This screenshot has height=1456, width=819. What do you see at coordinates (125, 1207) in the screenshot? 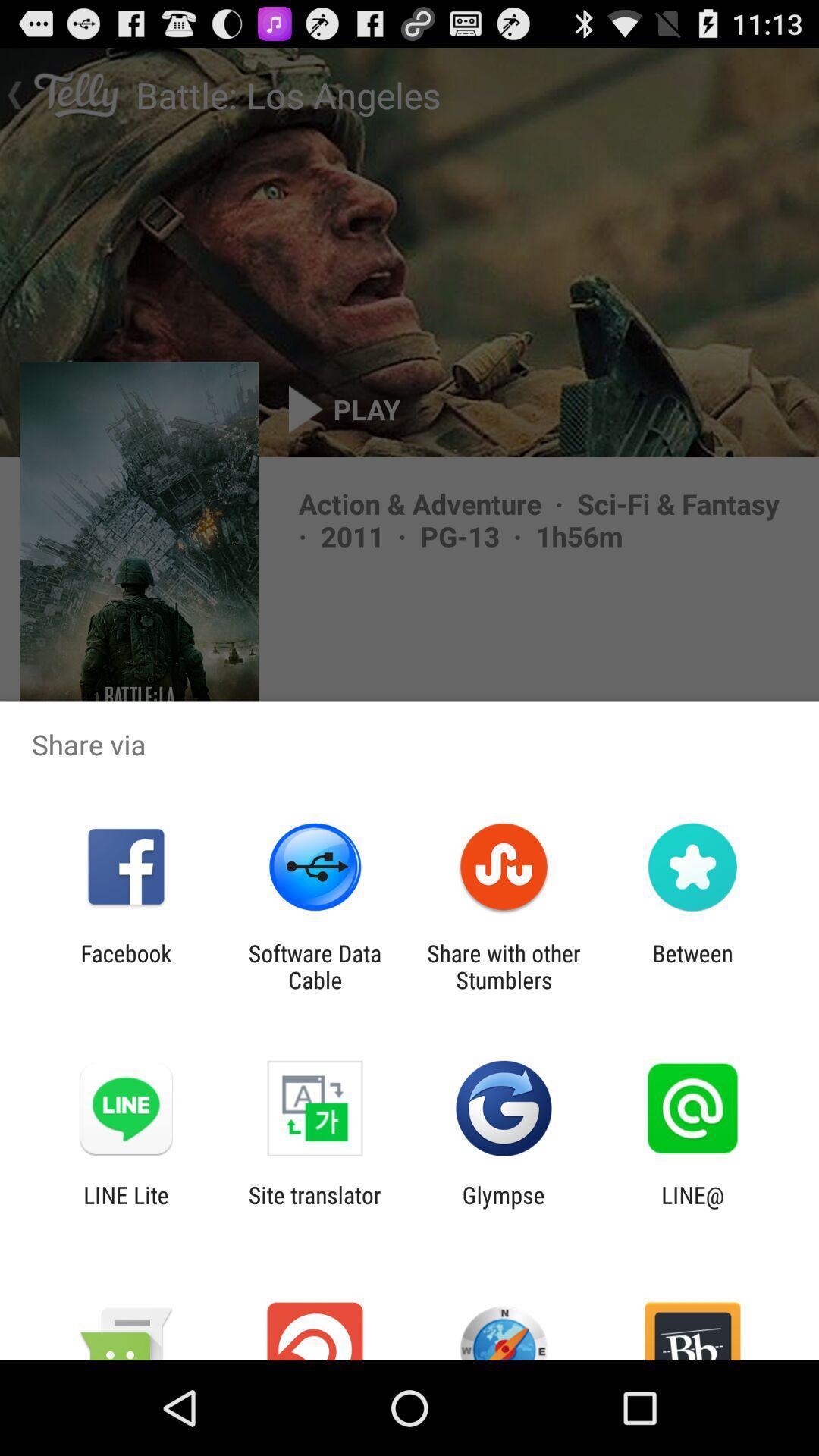
I see `the line lite` at bounding box center [125, 1207].